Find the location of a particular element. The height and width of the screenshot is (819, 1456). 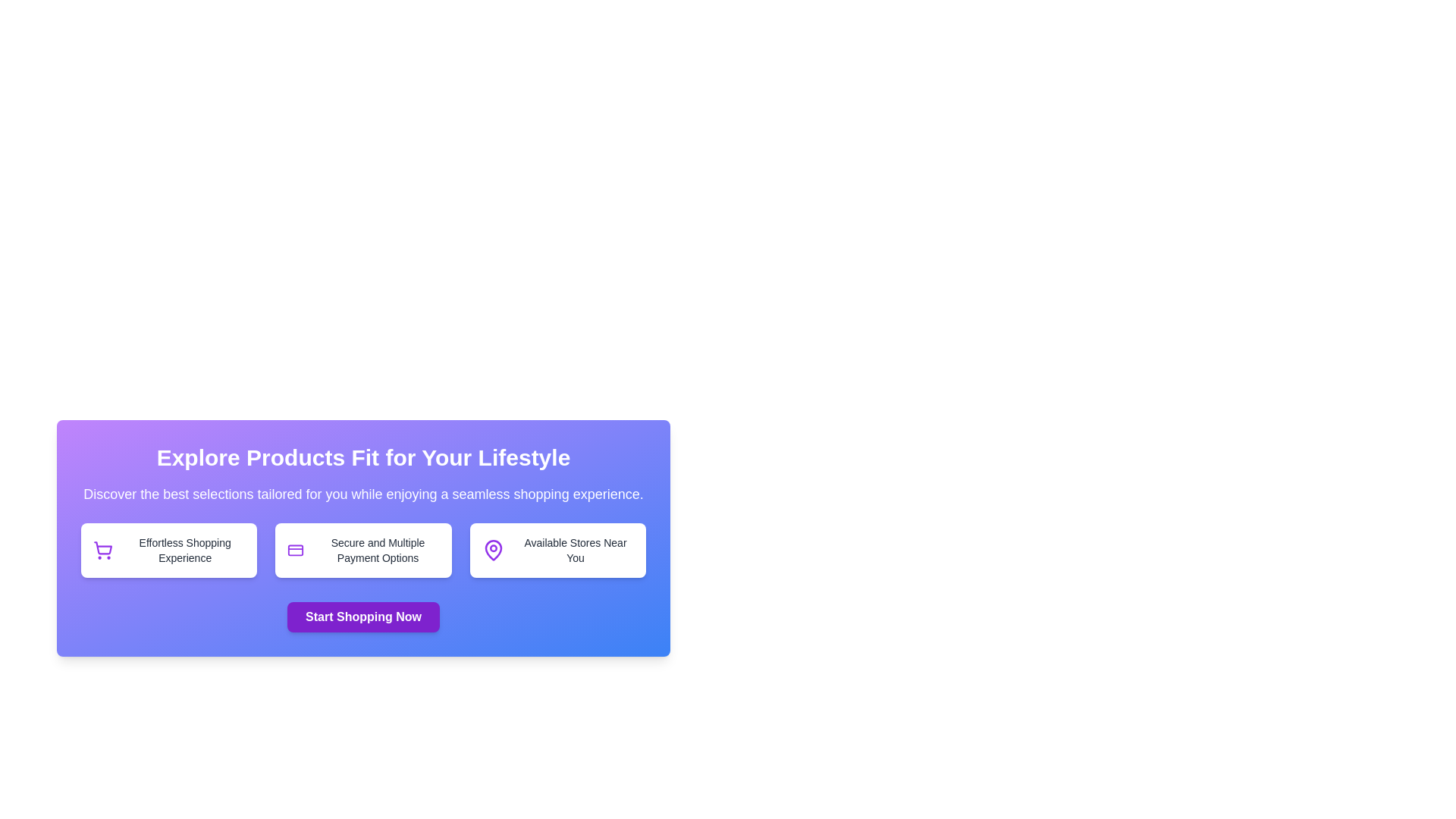

the rightmost Information Display Card in the third column for a quick interaction or animation is located at coordinates (557, 550).